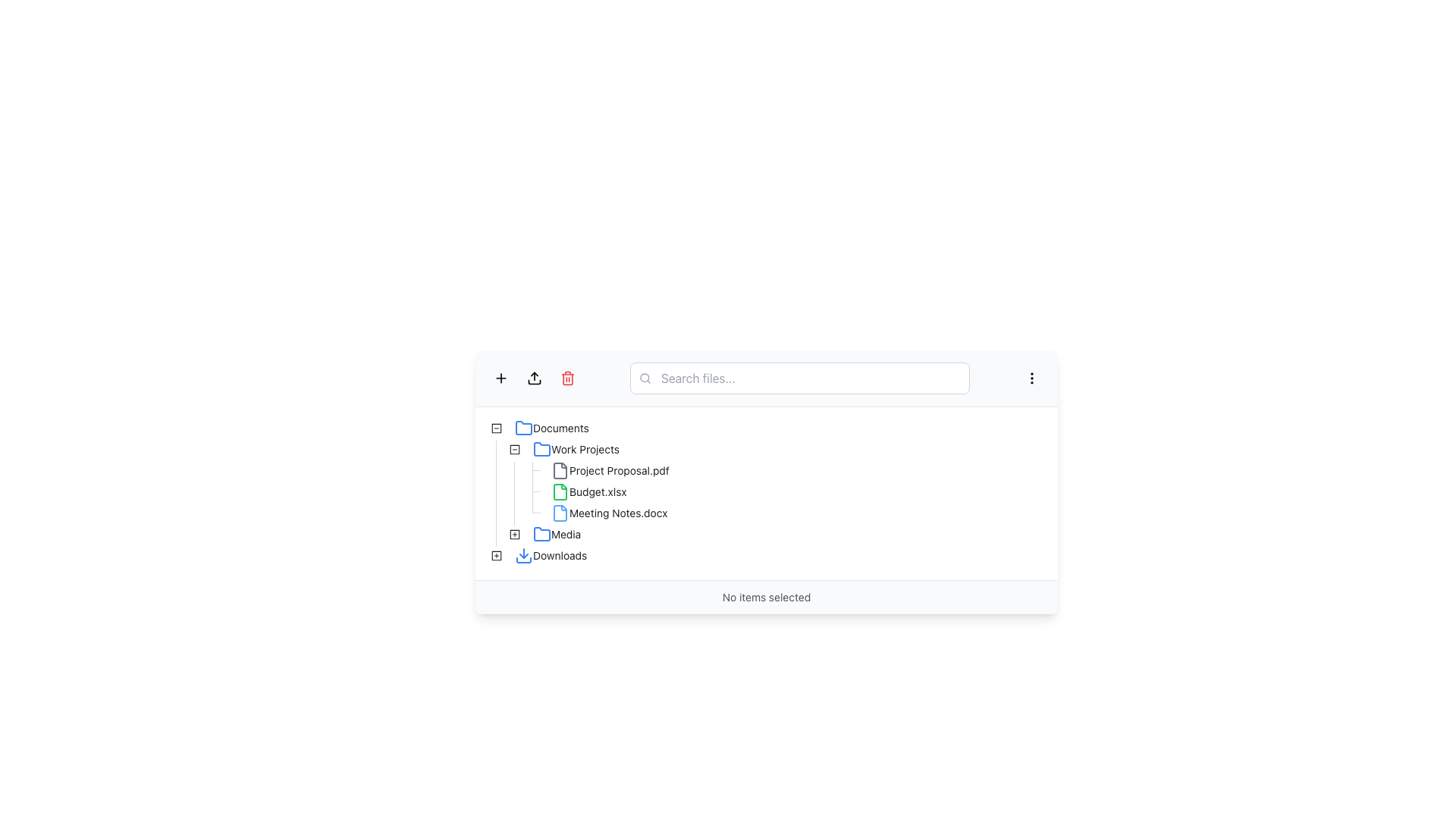  What do you see at coordinates (532, 470) in the screenshot?
I see `the Switcher indicator for the tree item in 'Project Proposal.pdf', which signifies that the item is non-expandable and does not contain children` at bounding box center [532, 470].